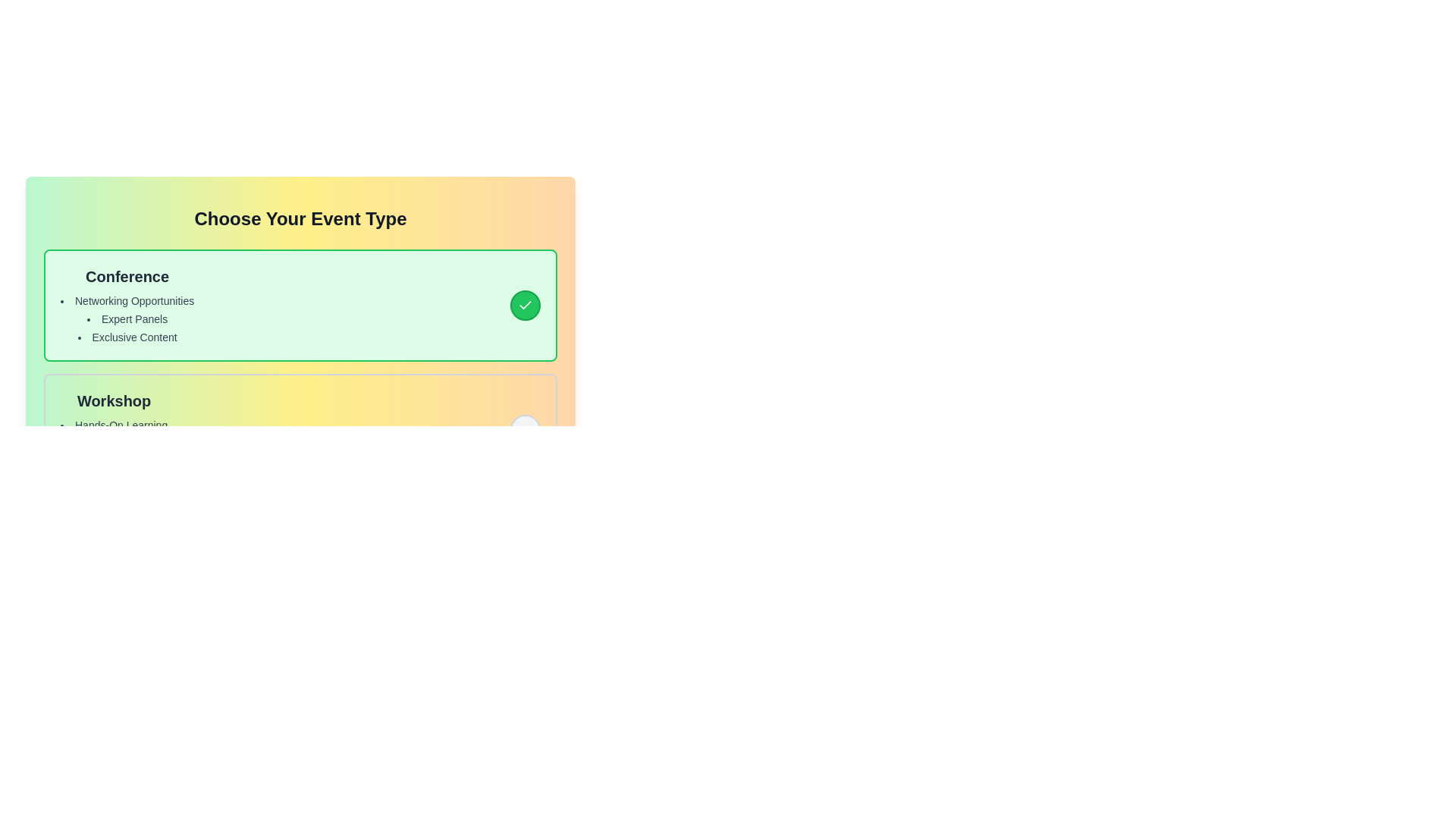 Image resolution: width=1456 pixels, height=819 pixels. I want to click on the circular button with a light gray background located to the right of the 'Workshop' section, so click(525, 430).